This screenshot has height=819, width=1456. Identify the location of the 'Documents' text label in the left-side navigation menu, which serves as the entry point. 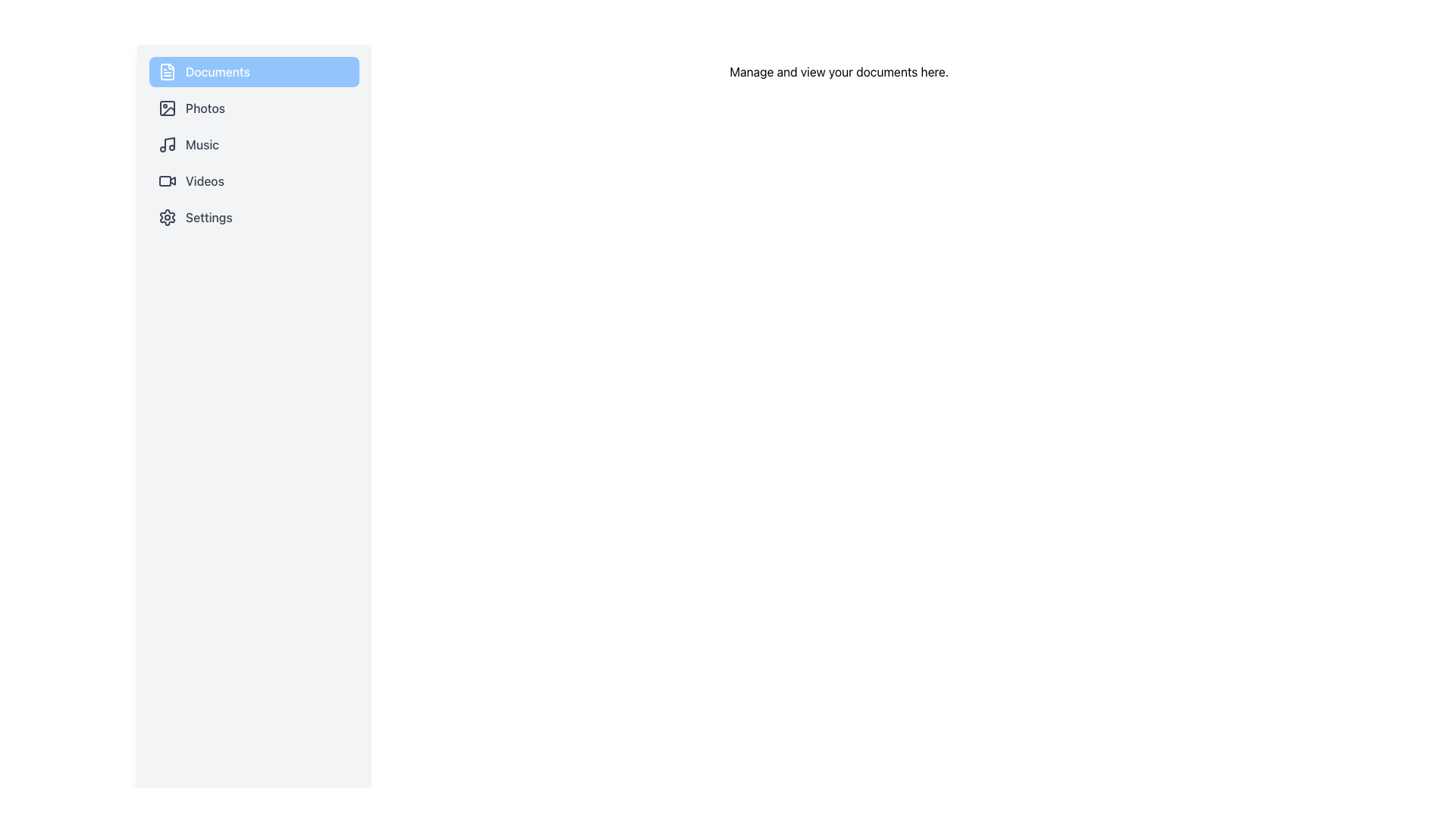
(217, 72).